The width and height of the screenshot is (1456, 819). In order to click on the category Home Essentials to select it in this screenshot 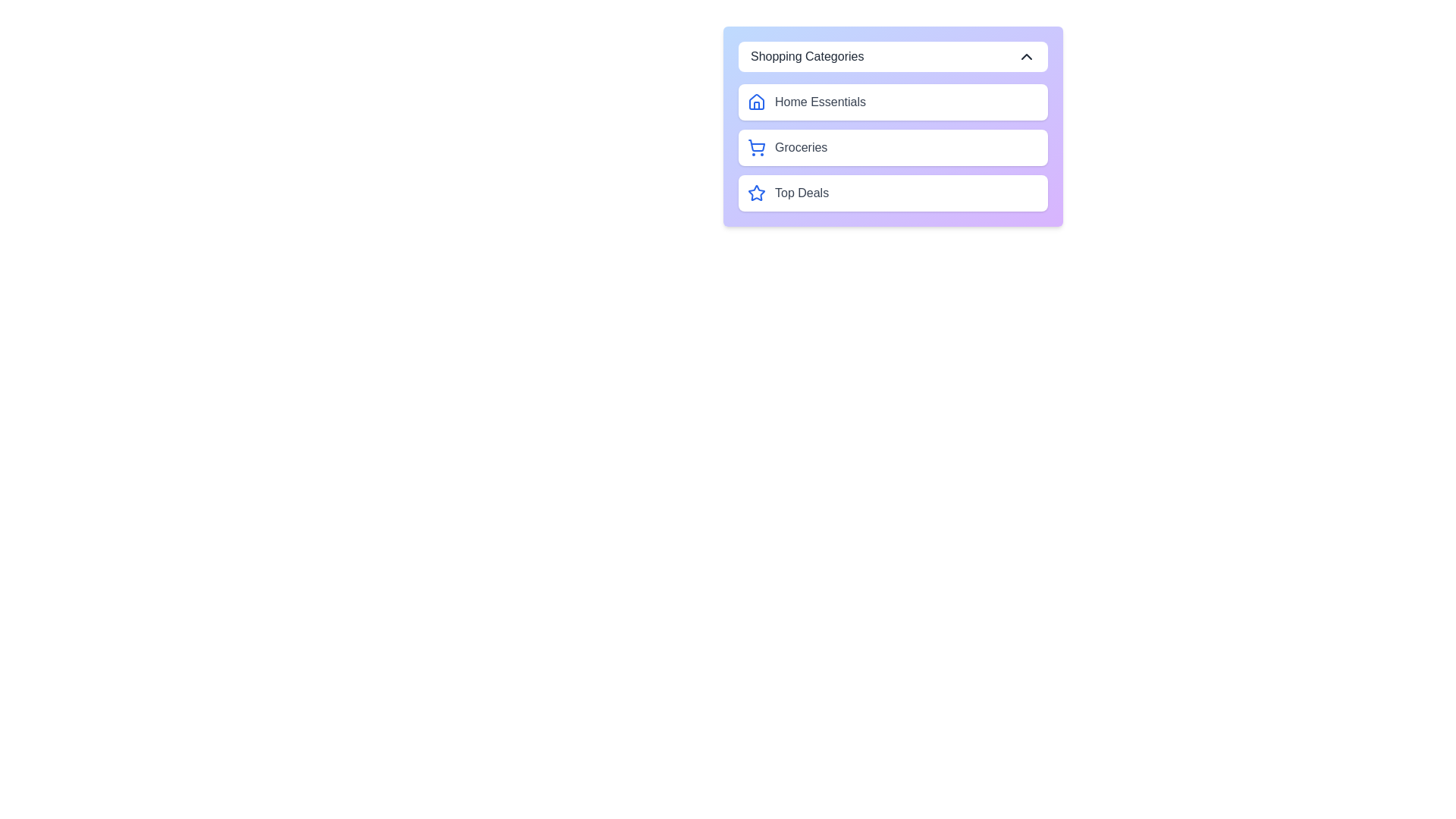, I will do `click(893, 102)`.